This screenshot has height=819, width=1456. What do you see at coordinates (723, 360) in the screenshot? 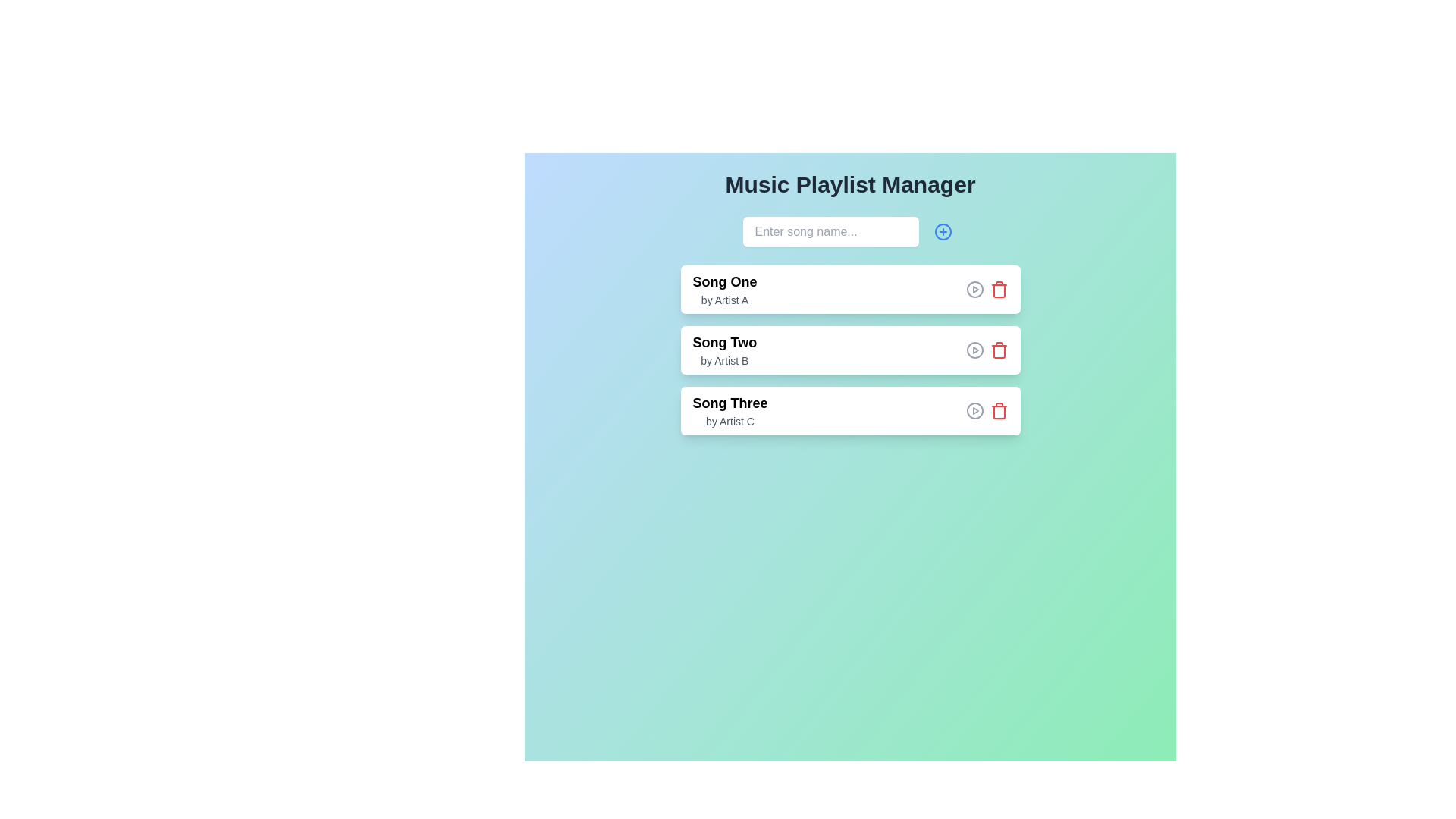
I see `the text label stating 'by Artist B', which is styled with a small-sized, gray-colored font and positioned below the song title 'Song Two' in the Music Playlist Manager interface` at bounding box center [723, 360].